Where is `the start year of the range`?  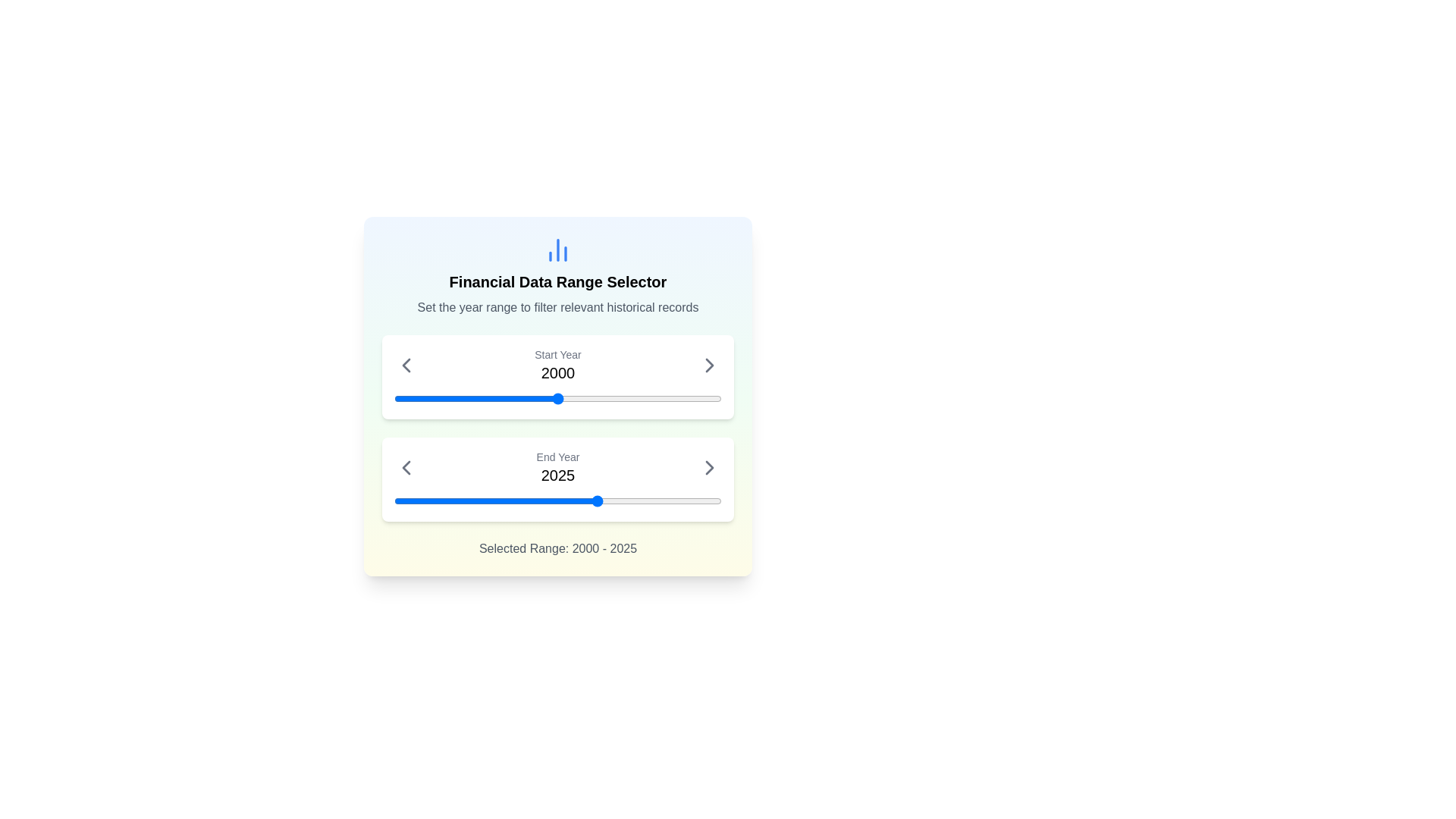
the start year of the range is located at coordinates (690, 397).